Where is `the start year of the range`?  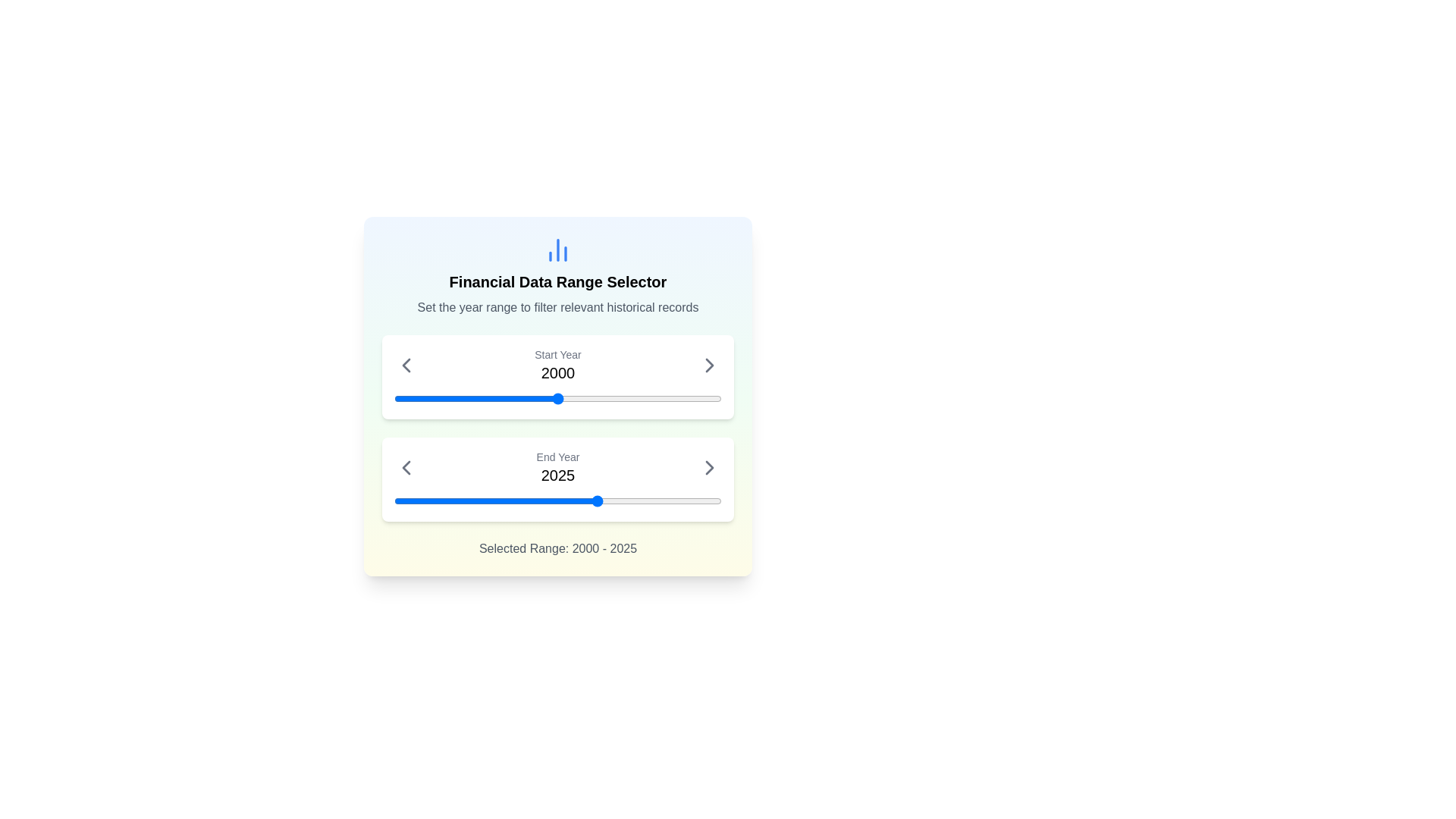
the start year of the range is located at coordinates (690, 397).